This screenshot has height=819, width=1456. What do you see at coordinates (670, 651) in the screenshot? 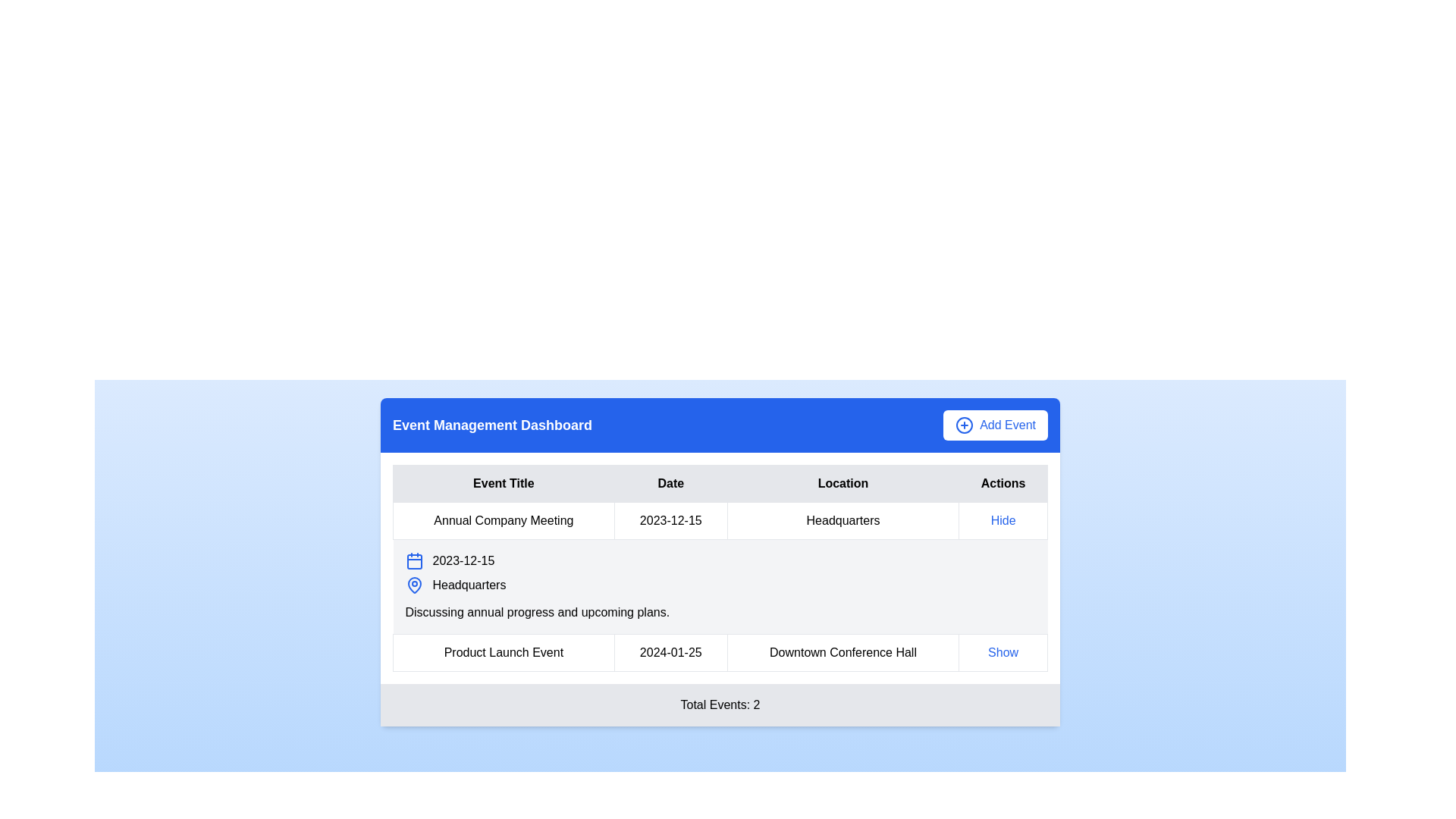
I see `the text label displaying the date '2024-01-25', which is the second item in the event details list, positioned between 'Product Launch Event' and 'Downtown Conference Hall'` at bounding box center [670, 651].